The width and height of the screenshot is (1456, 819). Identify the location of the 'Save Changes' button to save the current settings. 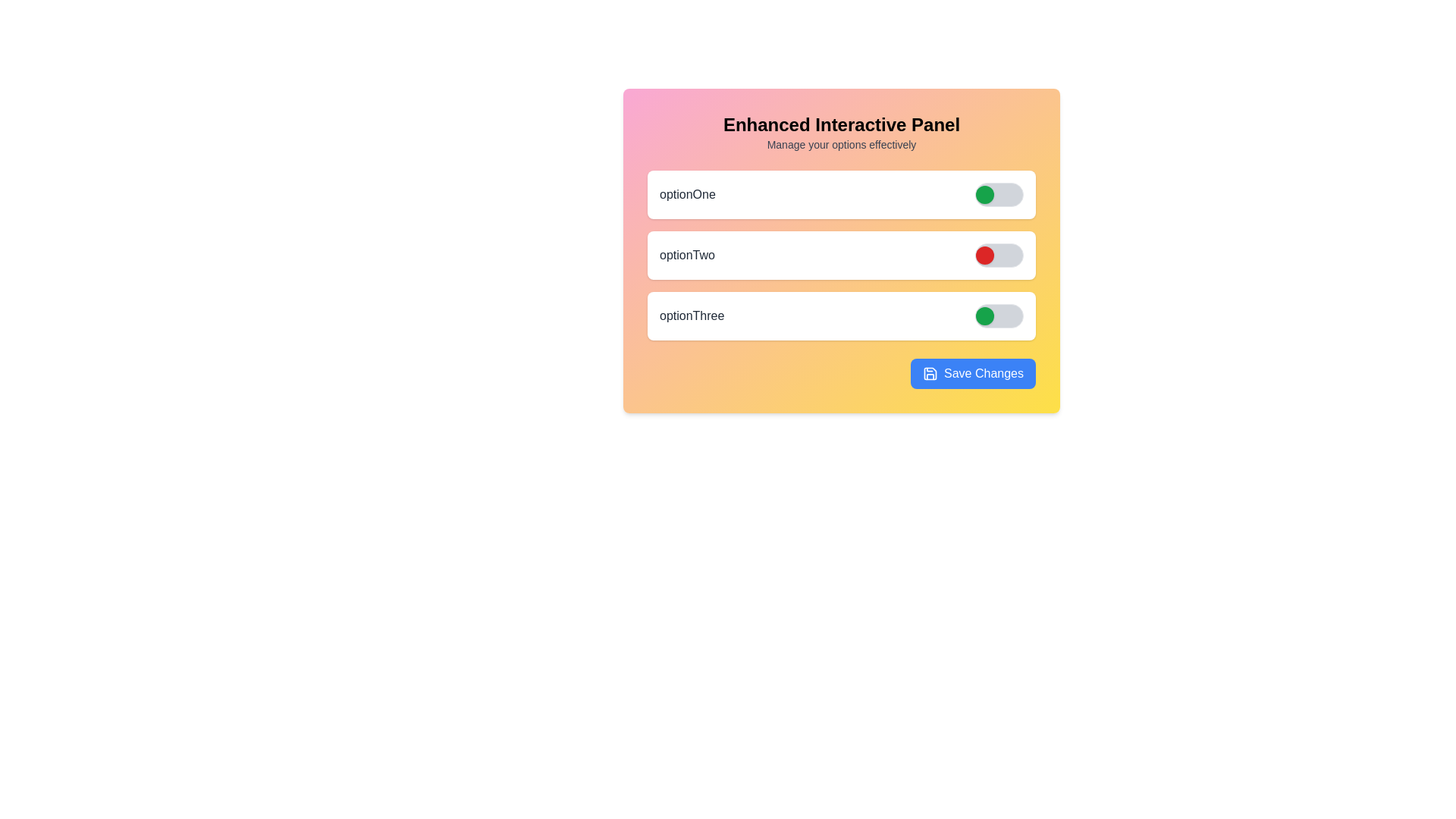
(973, 374).